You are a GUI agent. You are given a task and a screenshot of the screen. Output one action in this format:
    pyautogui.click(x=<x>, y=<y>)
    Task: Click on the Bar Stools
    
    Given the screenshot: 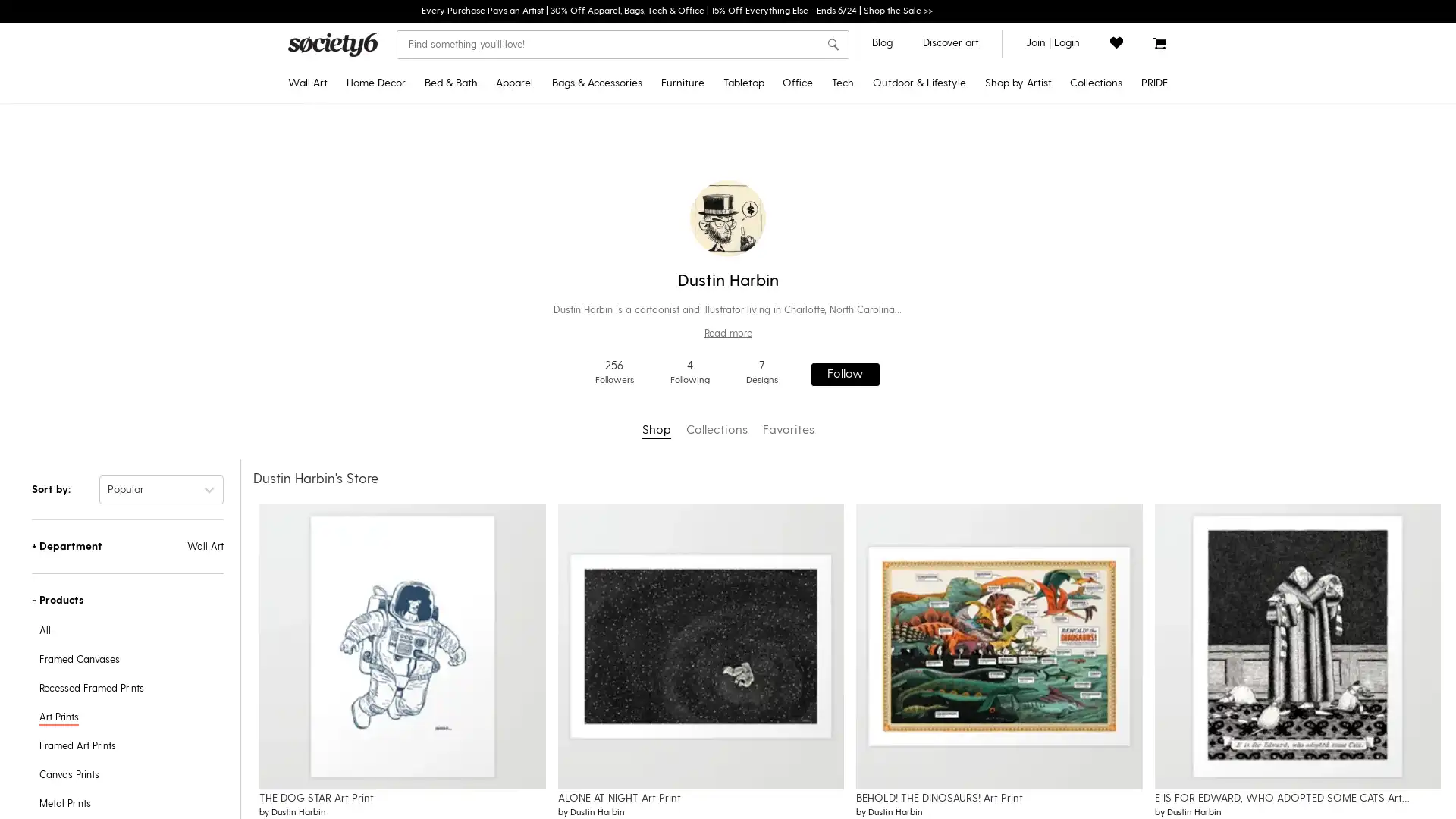 What is the action you would take?
    pyautogui.click(x=708, y=170)
    